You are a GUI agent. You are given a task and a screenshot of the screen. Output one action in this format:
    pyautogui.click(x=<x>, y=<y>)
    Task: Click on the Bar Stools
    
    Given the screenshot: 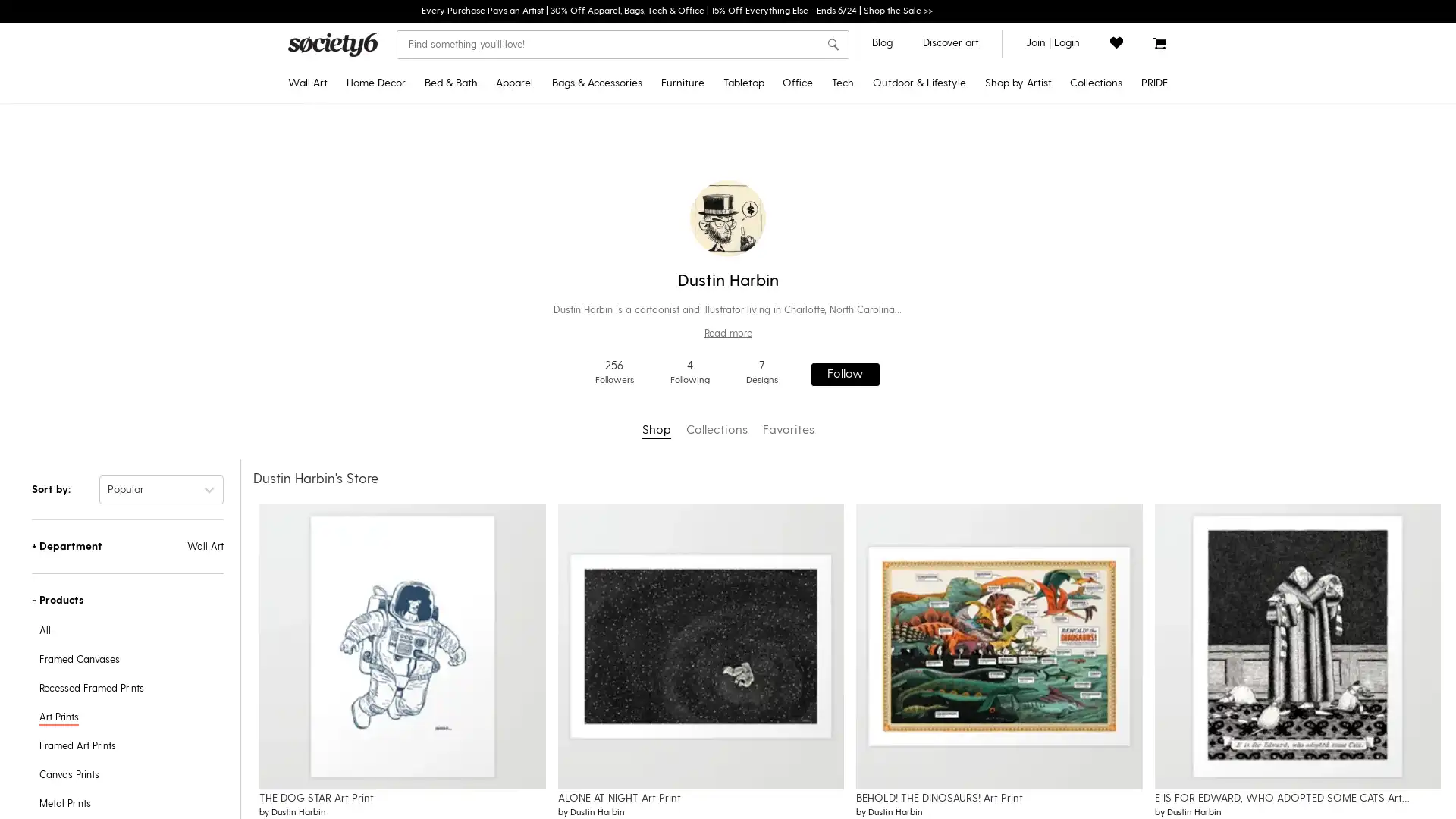 What is the action you would take?
    pyautogui.click(x=708, y=170)
    